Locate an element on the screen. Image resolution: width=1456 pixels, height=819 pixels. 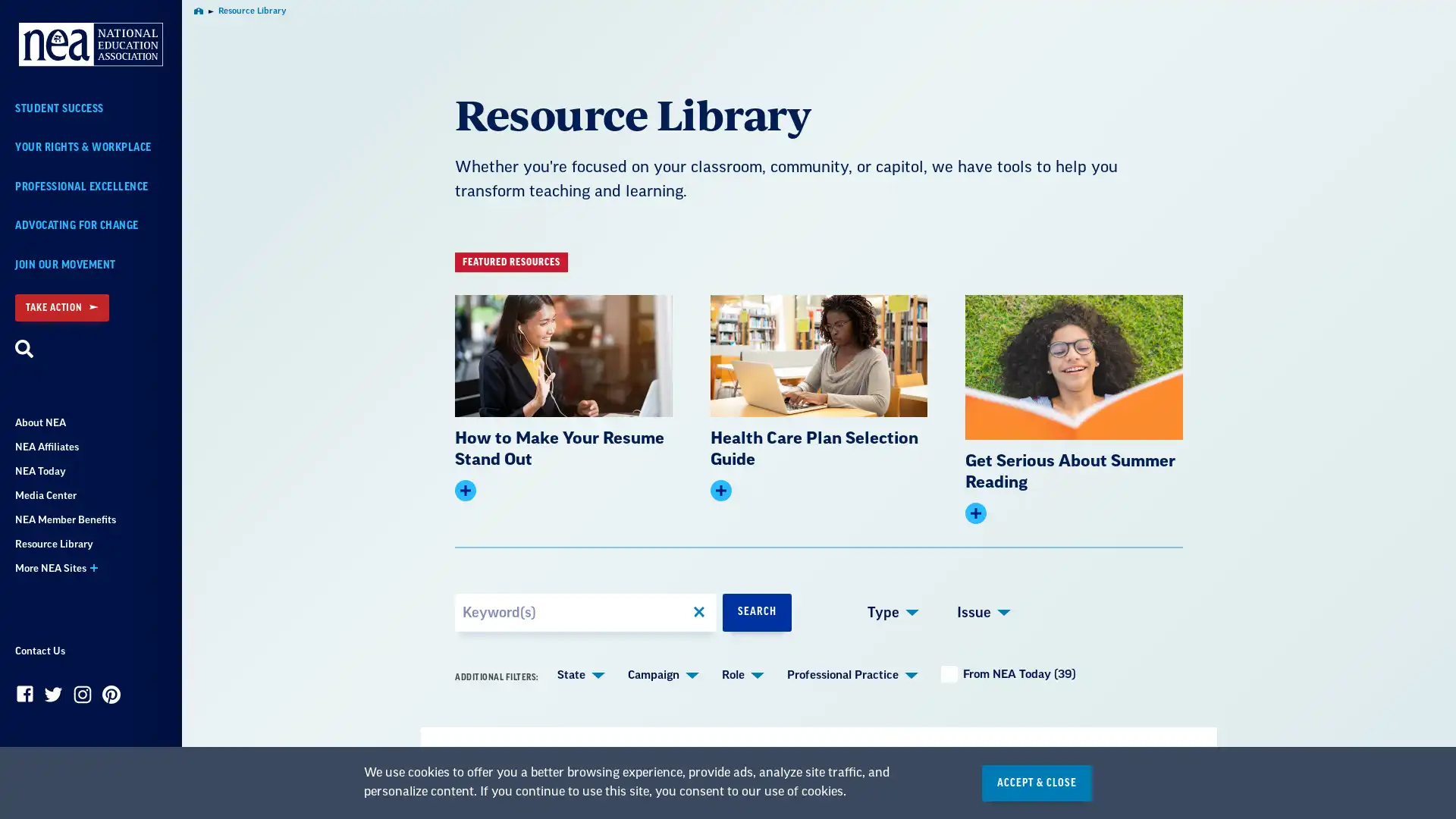
Clear all filters Remove filter is located at coordinates (745, 765).